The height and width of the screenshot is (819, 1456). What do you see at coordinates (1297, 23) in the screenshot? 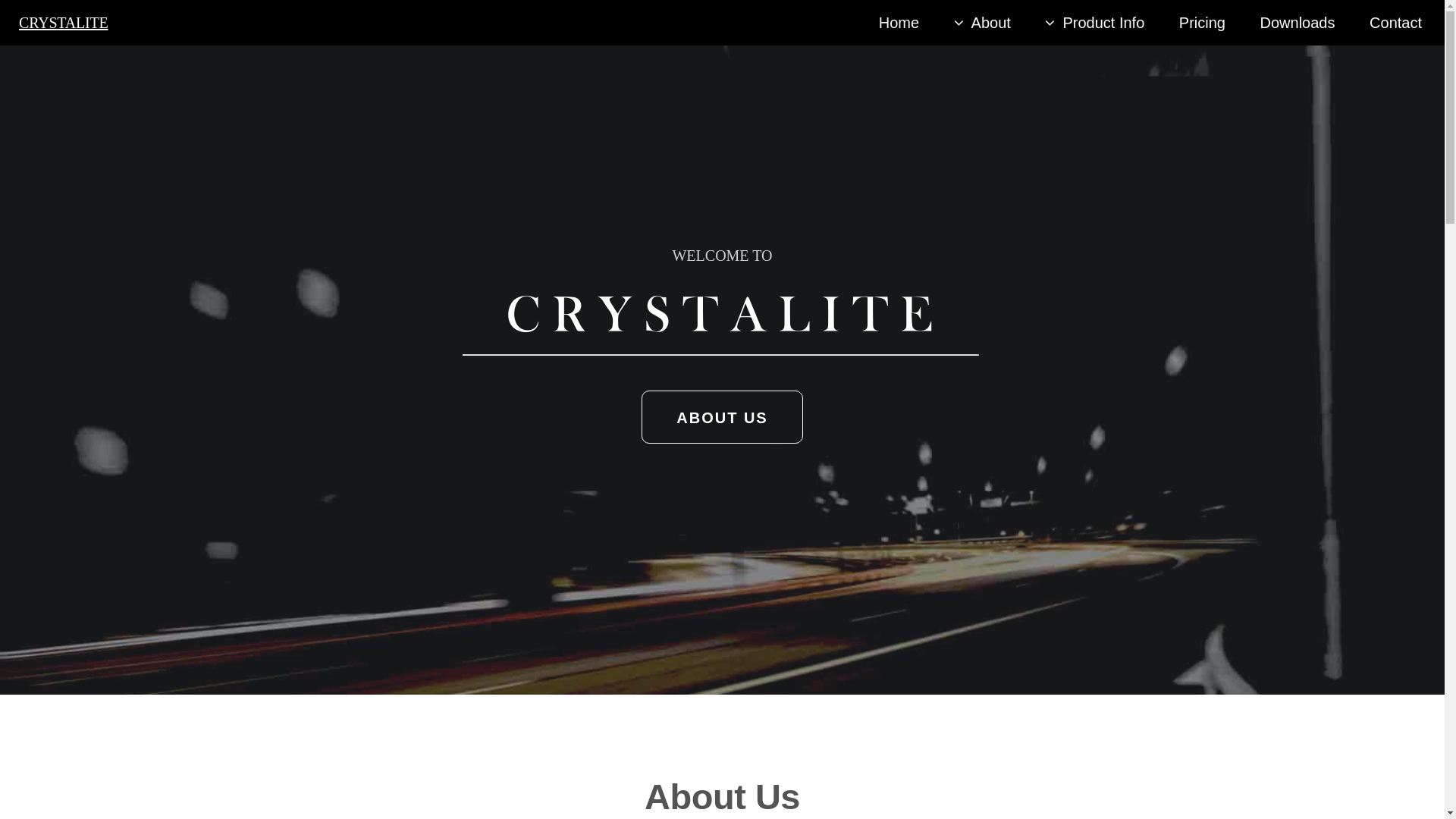
I see `'Downloads'` at bounding box center [1297, 23].